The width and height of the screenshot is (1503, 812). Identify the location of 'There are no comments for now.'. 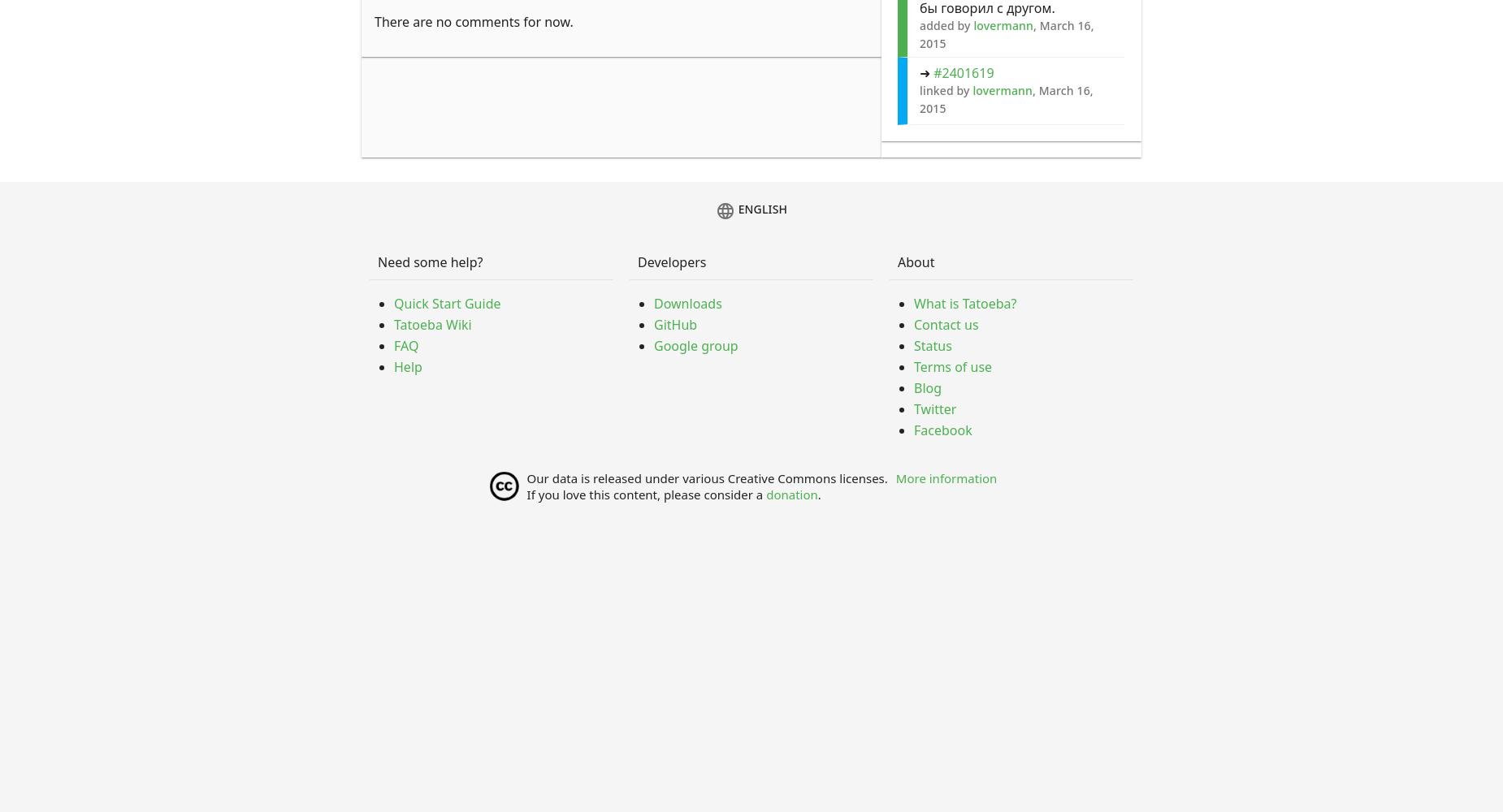
(473, 22).